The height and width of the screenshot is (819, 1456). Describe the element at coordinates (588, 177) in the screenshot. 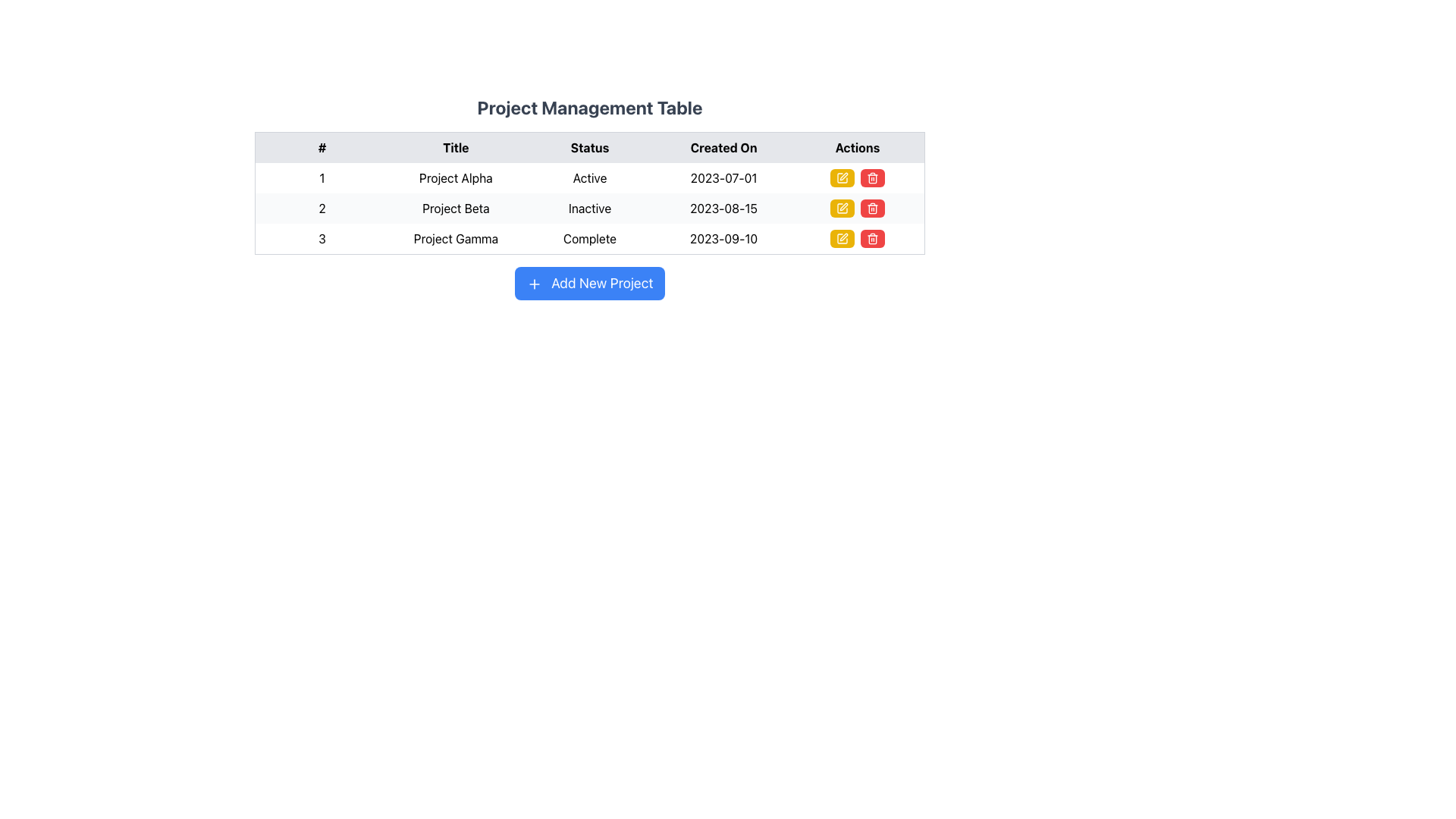

I see `the first row of the 'Project Management Table' containing 'Project Alpha' to edit its details` at that location.